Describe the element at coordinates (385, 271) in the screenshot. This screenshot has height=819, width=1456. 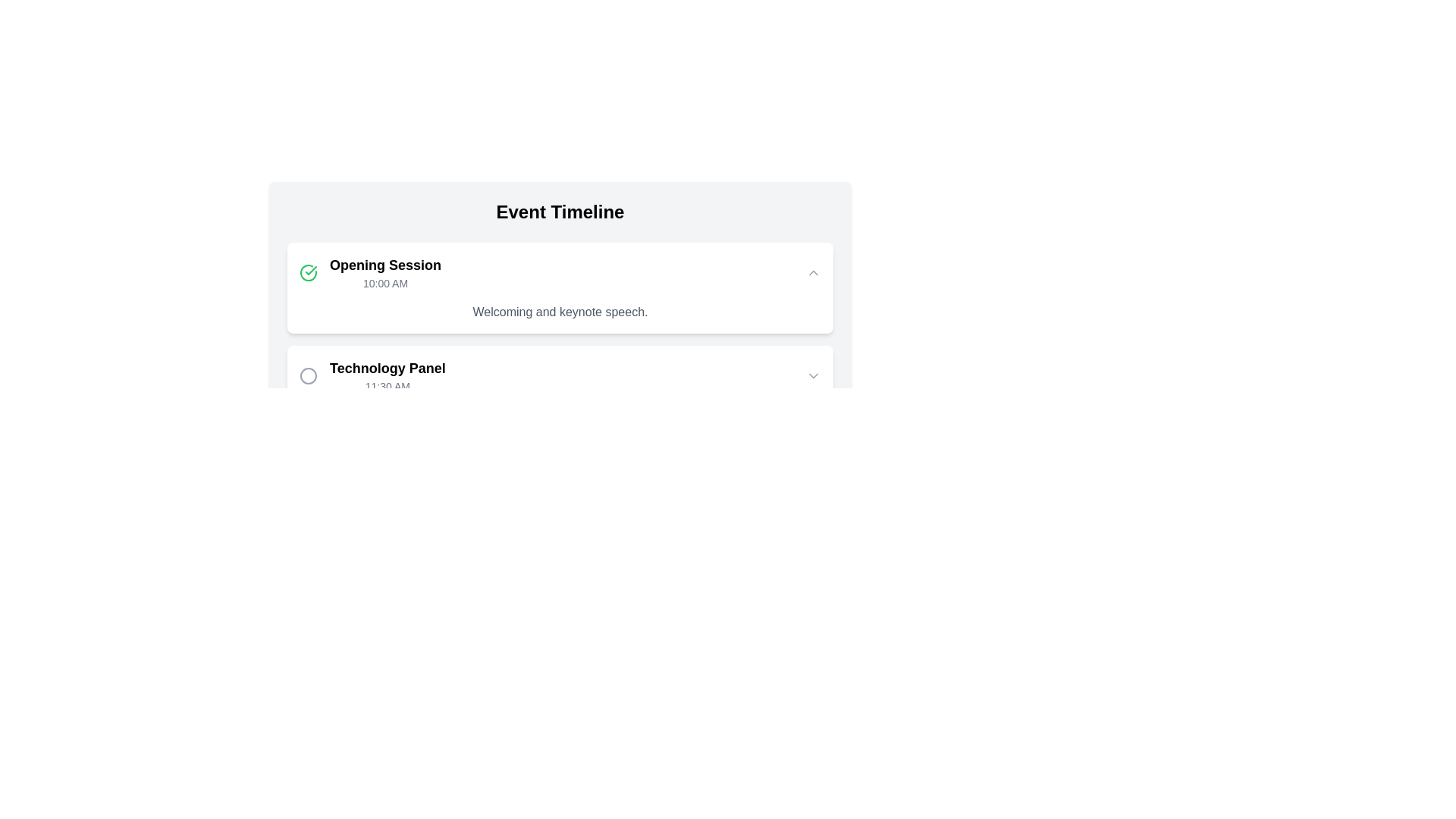
I see `the 'Opening Session' text block, which displays 'Opening Session' in bold and '10:00 AM' below it` at that location.